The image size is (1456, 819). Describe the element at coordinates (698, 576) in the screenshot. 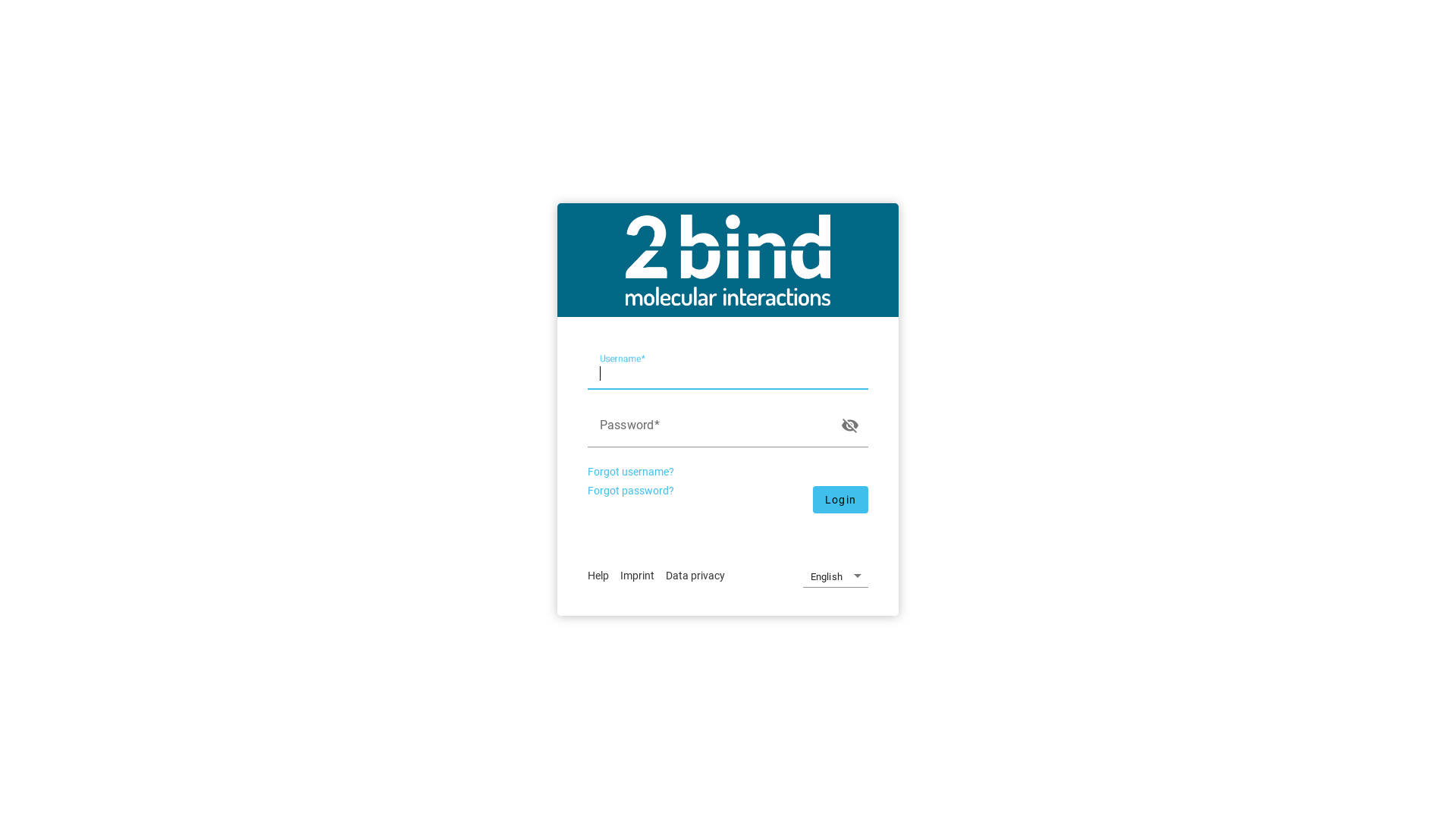

I see `'Data privacy'` at that location.